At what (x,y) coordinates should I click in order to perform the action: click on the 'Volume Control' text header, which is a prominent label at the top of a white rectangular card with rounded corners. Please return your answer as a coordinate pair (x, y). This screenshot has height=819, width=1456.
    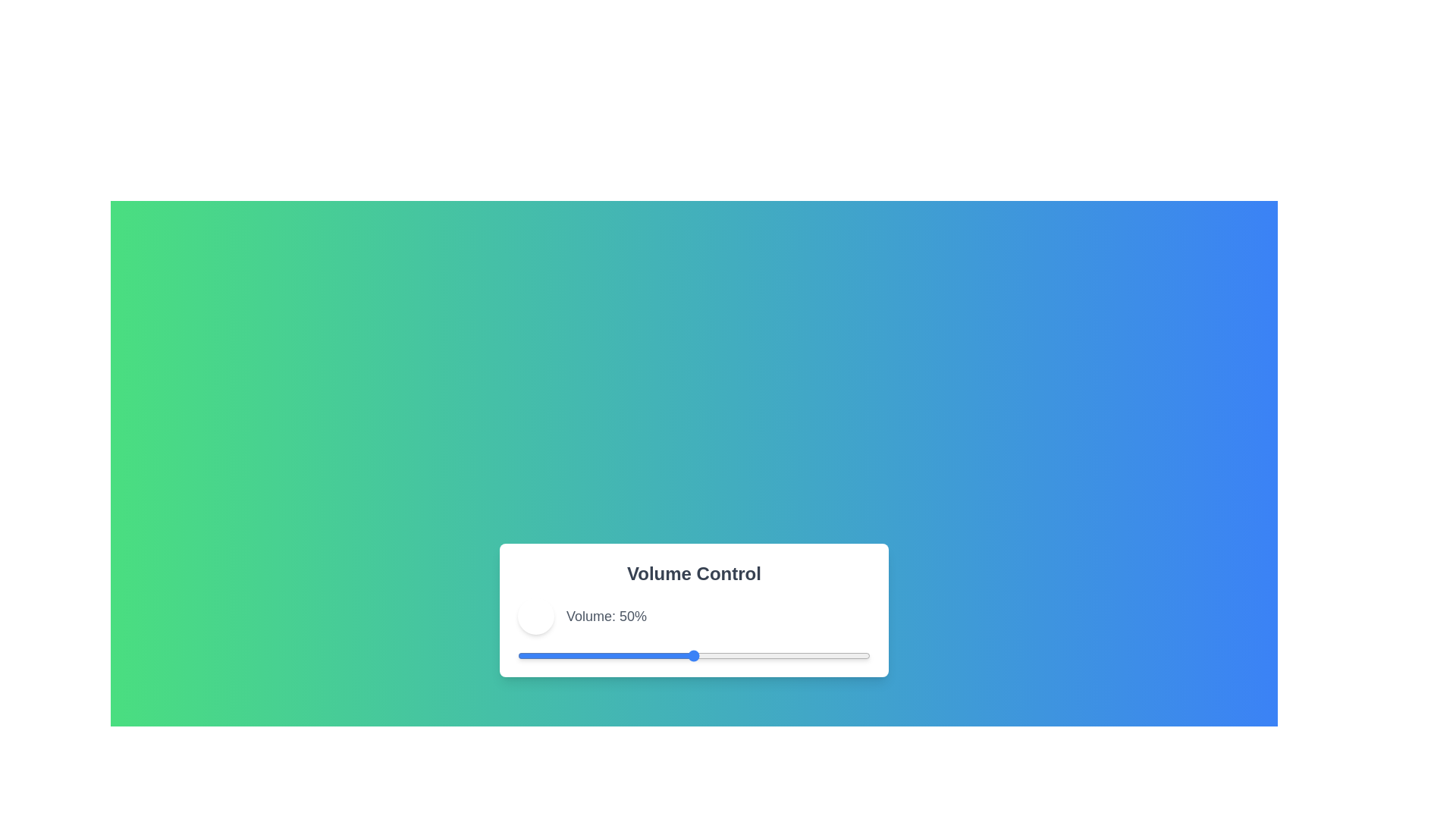
    Looking at the image, I should click on (693, 573).